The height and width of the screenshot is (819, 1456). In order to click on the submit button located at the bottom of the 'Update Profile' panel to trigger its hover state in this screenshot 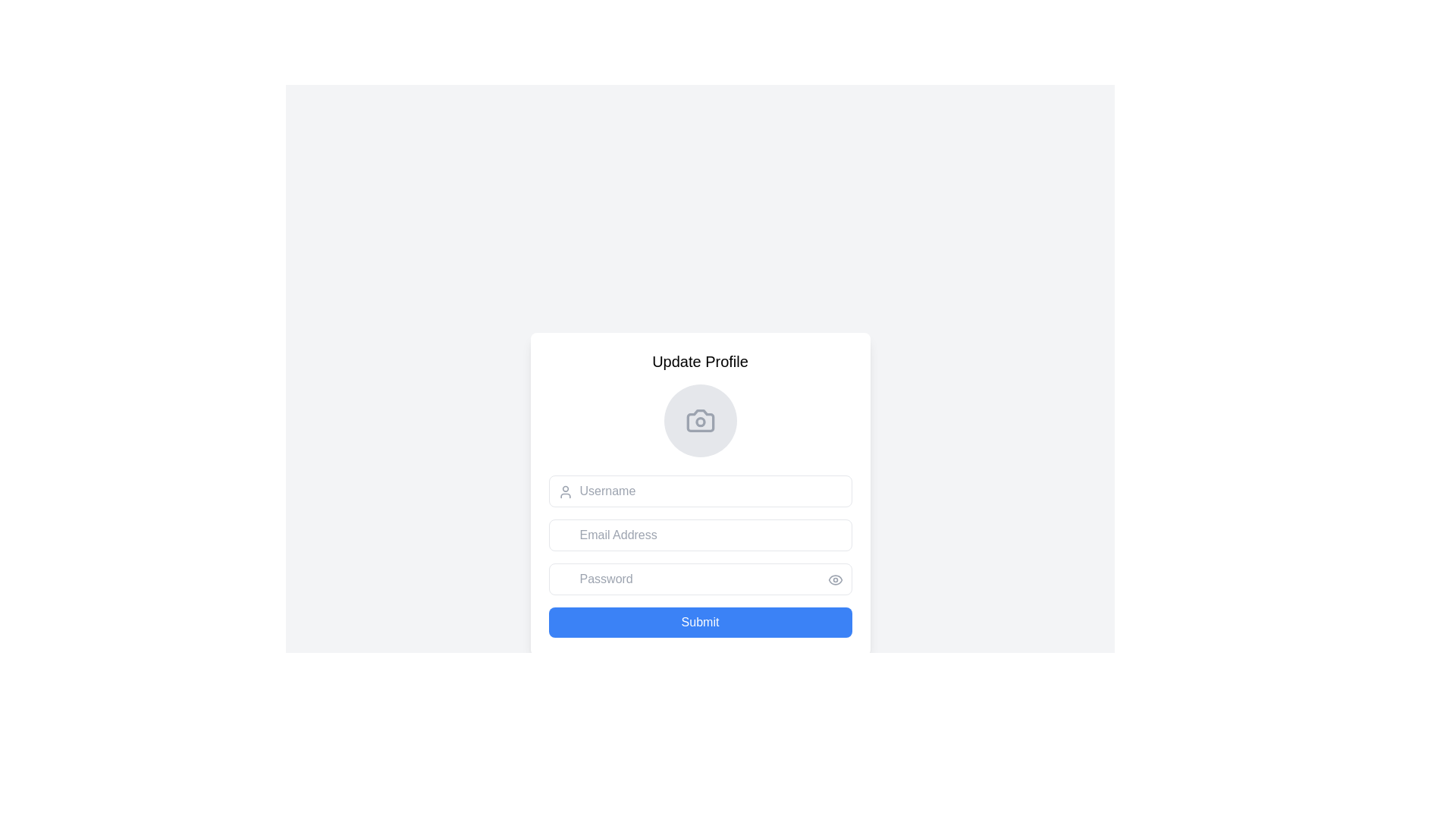, I will do `click(699, 623)`.